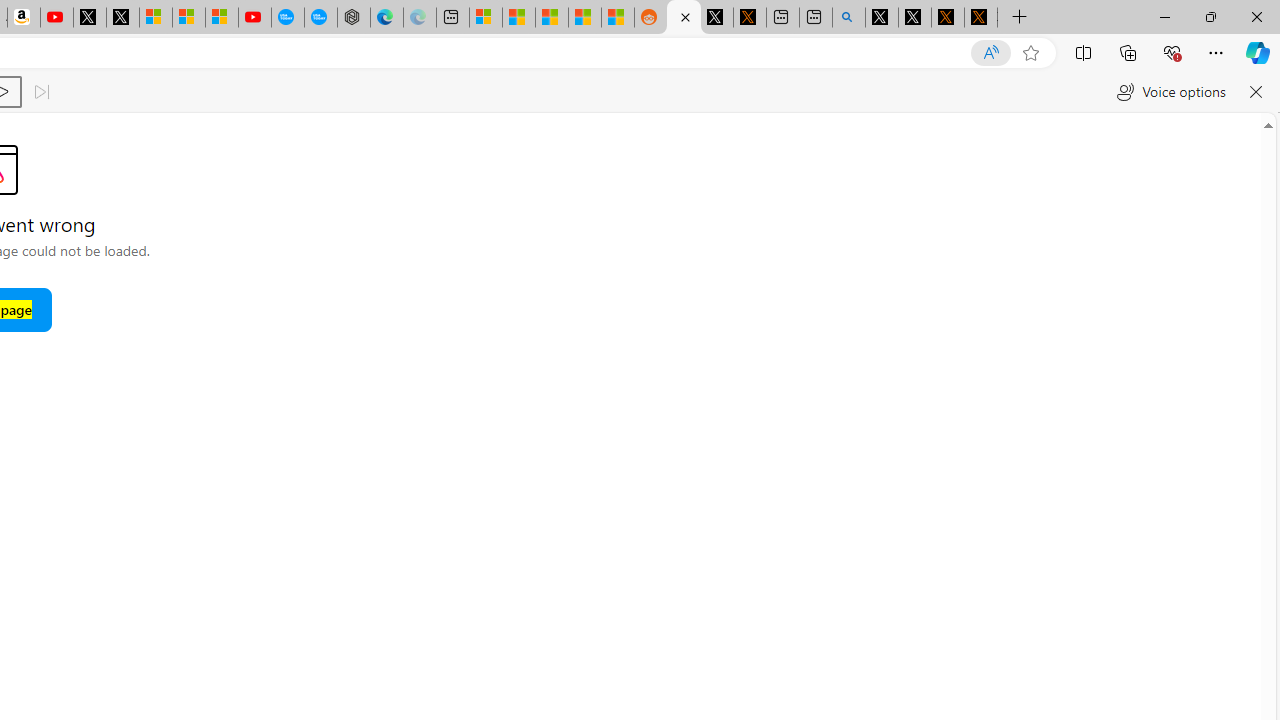 This screenshot has height=720, width=1280. What do you see at coordinates (849, 17) in the screenshot?
I see `'github - Search'` at bounding box center [849, 17].